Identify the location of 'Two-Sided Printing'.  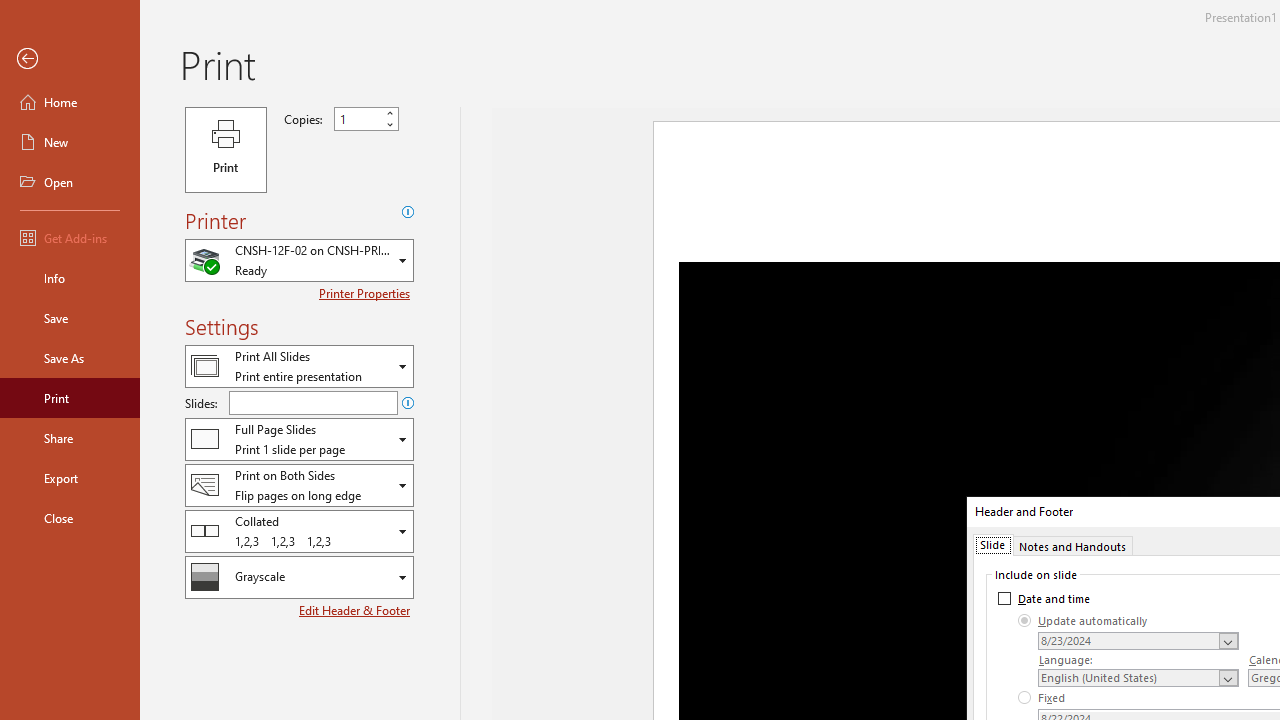
(298, 485).